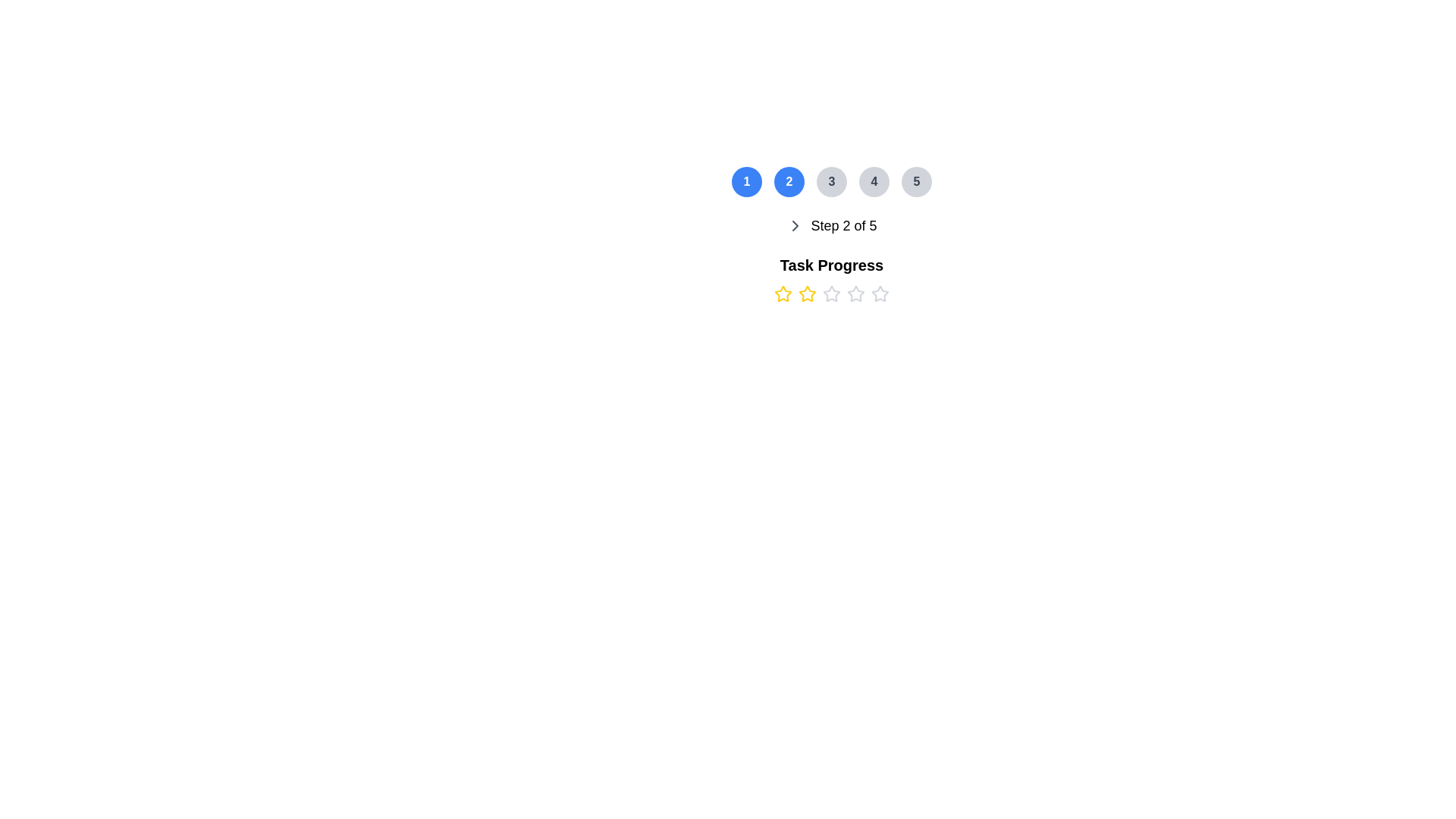 Image resolution: width=1456 pixels, height=819 pixels. I want to click on the fifth star icon in the rating system to signify a rating level, so click(880, 293).